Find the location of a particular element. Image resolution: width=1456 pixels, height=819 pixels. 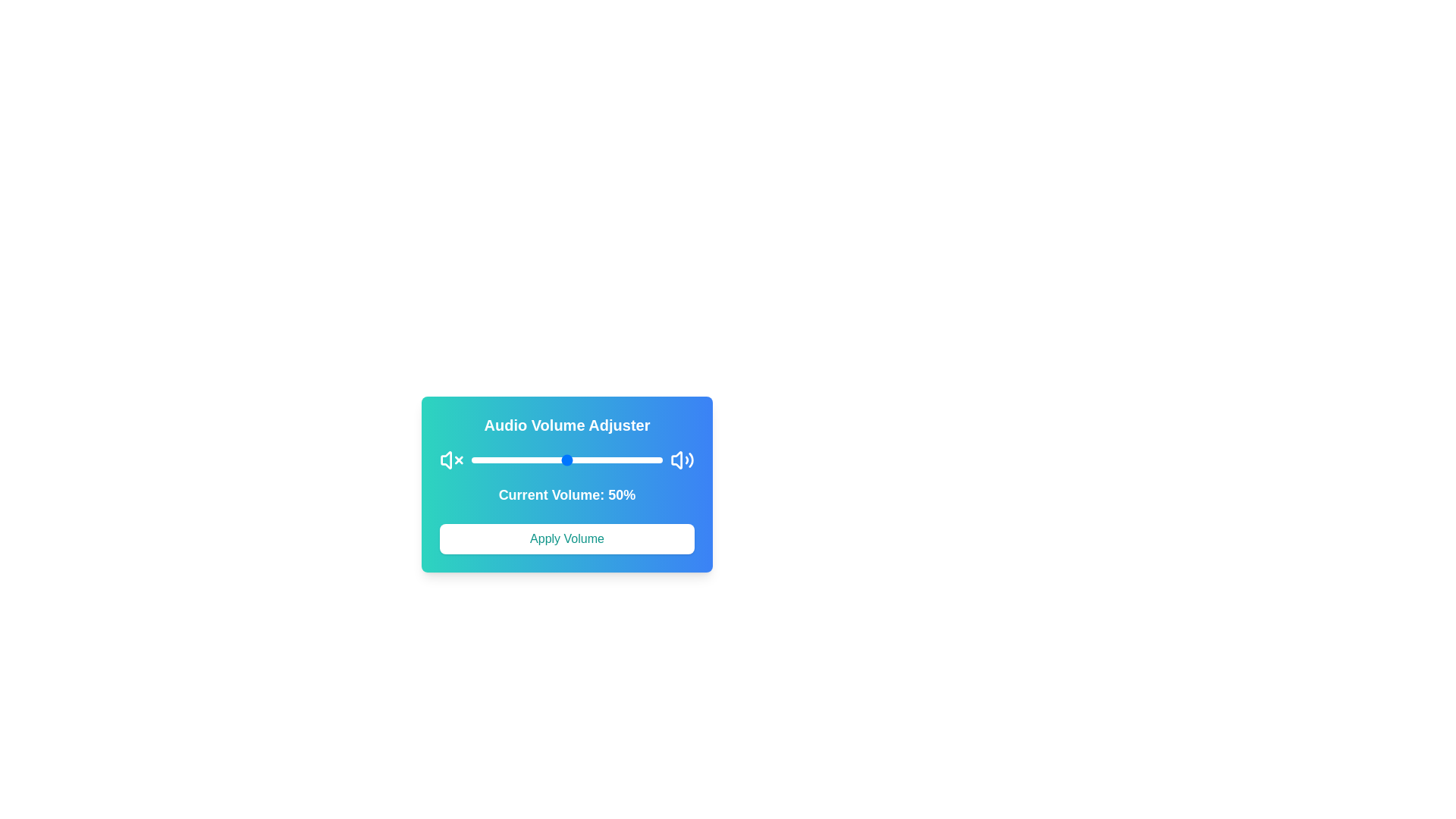

the unmute icon to the right of the slider is located at coordinates (682, 459).